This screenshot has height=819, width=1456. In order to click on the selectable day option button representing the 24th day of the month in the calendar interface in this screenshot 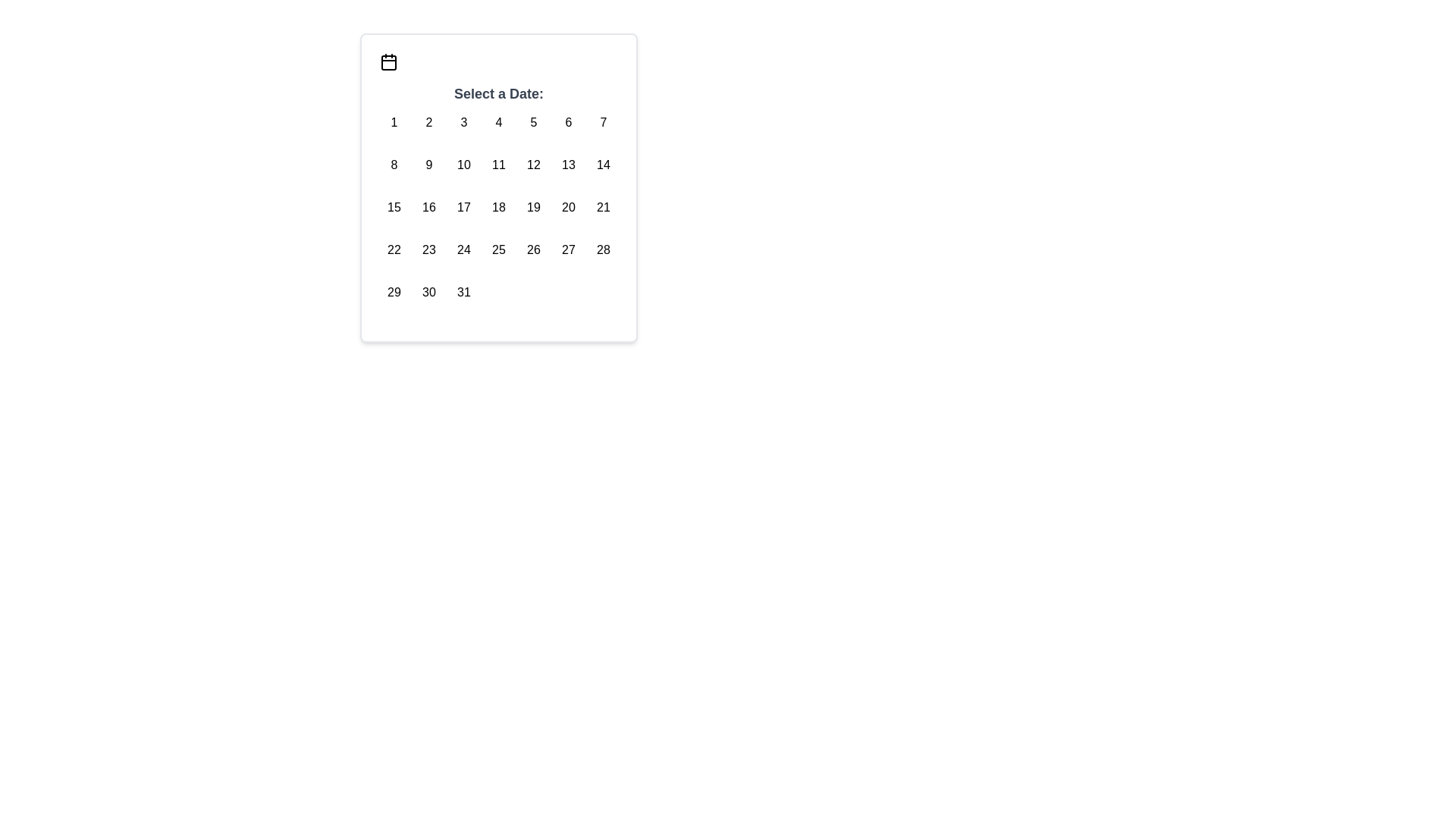, I will do `click(463, 249)`.